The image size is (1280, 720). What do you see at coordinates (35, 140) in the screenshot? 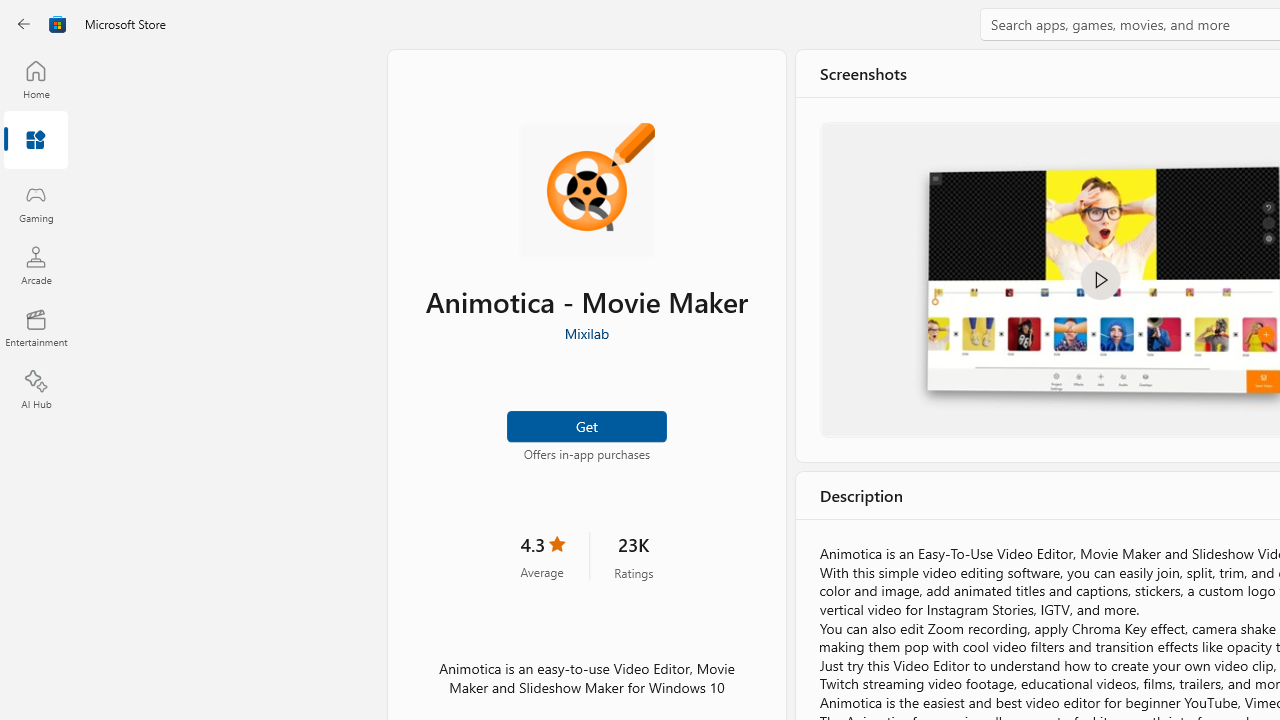
I see `'Apps'` at bounding box center [35, 140].